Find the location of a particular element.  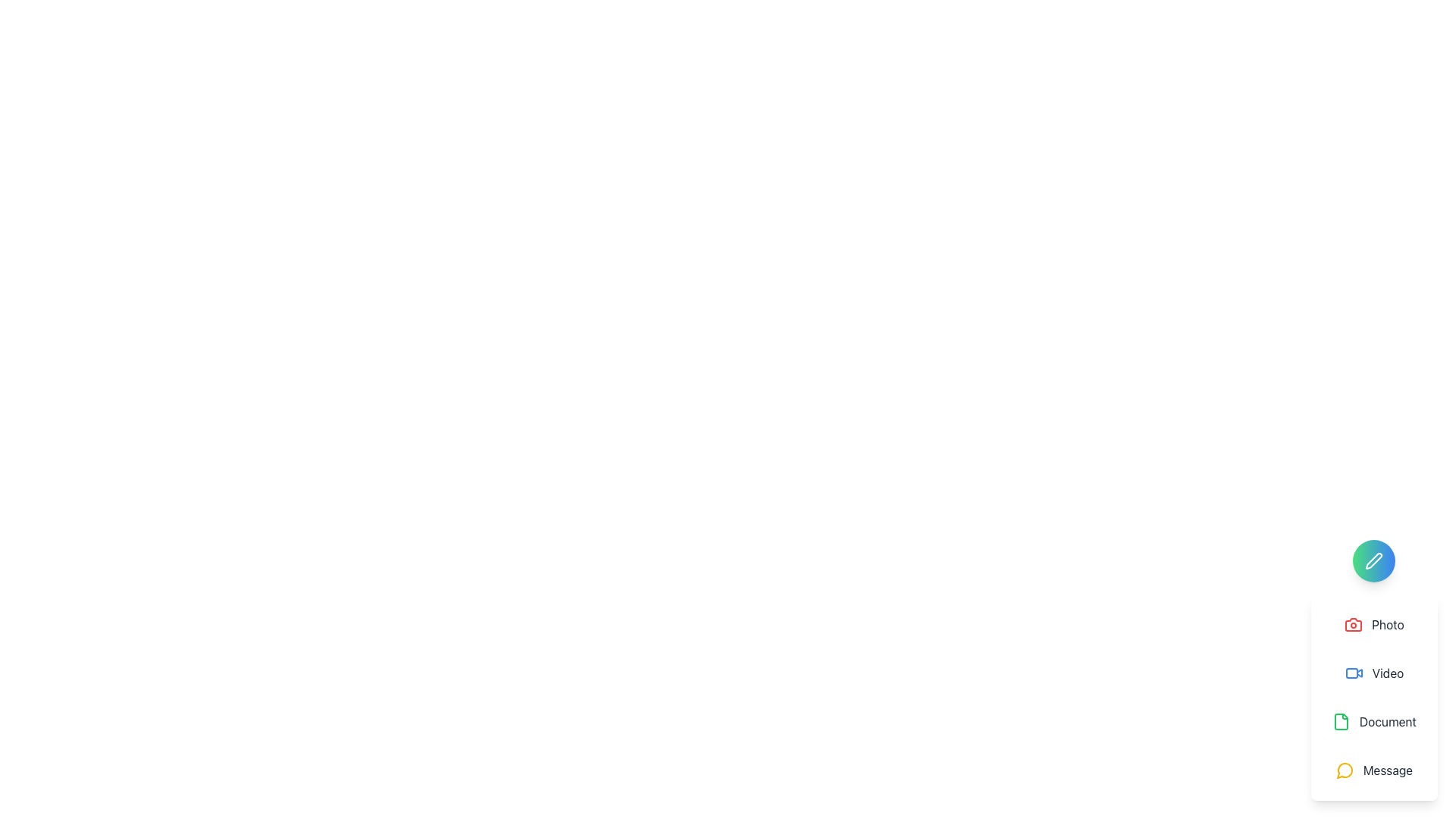

the 'Document' icon, which is the third item in the vertical menu list located between 'Video' and 'Message' is located at coordinates (1341, 721).